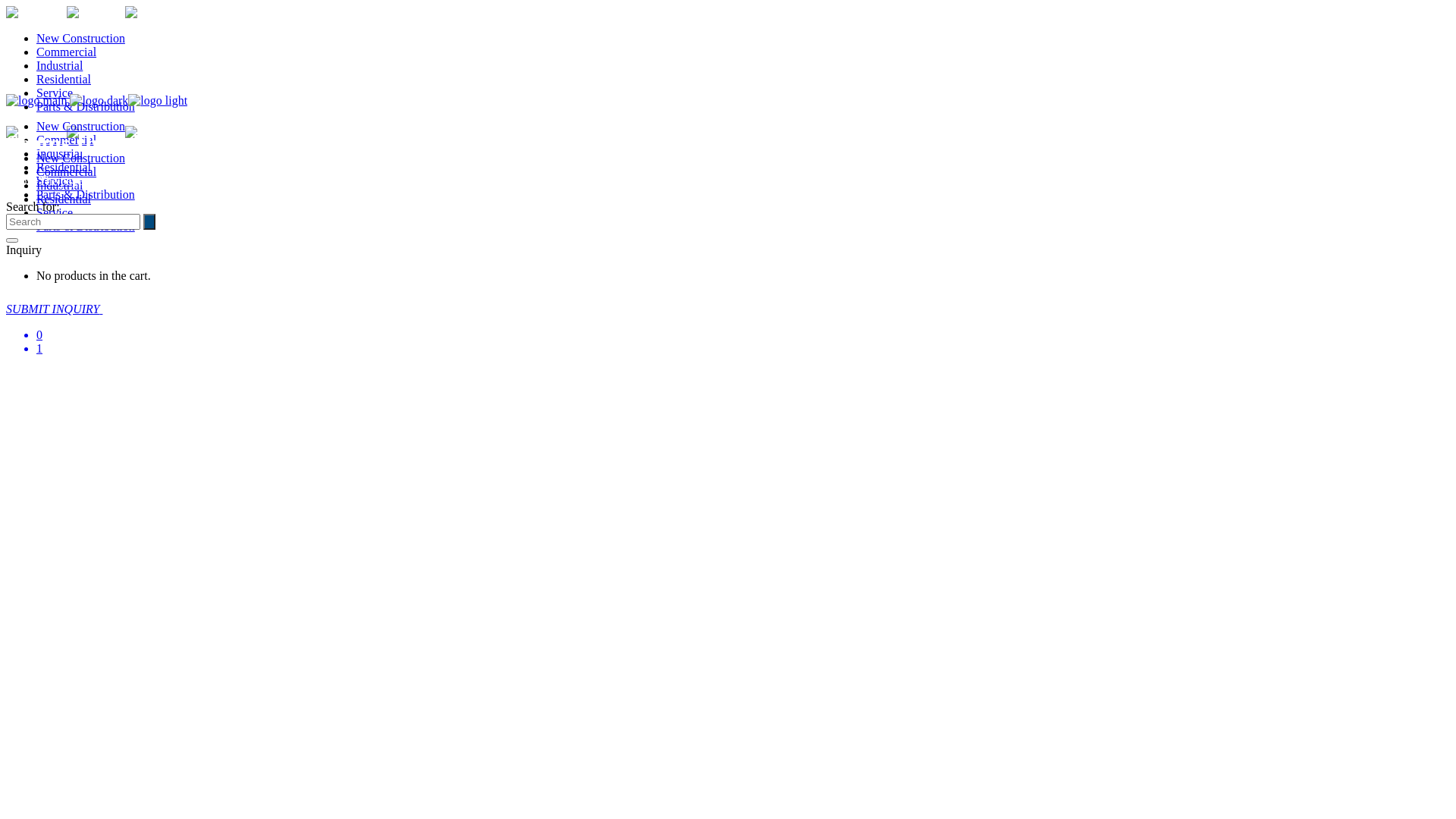 This screenshot has height=819, width=1456. Describe the element at coordinates (65, 140) in the screenshot. I see `'Commercial'` at that location.